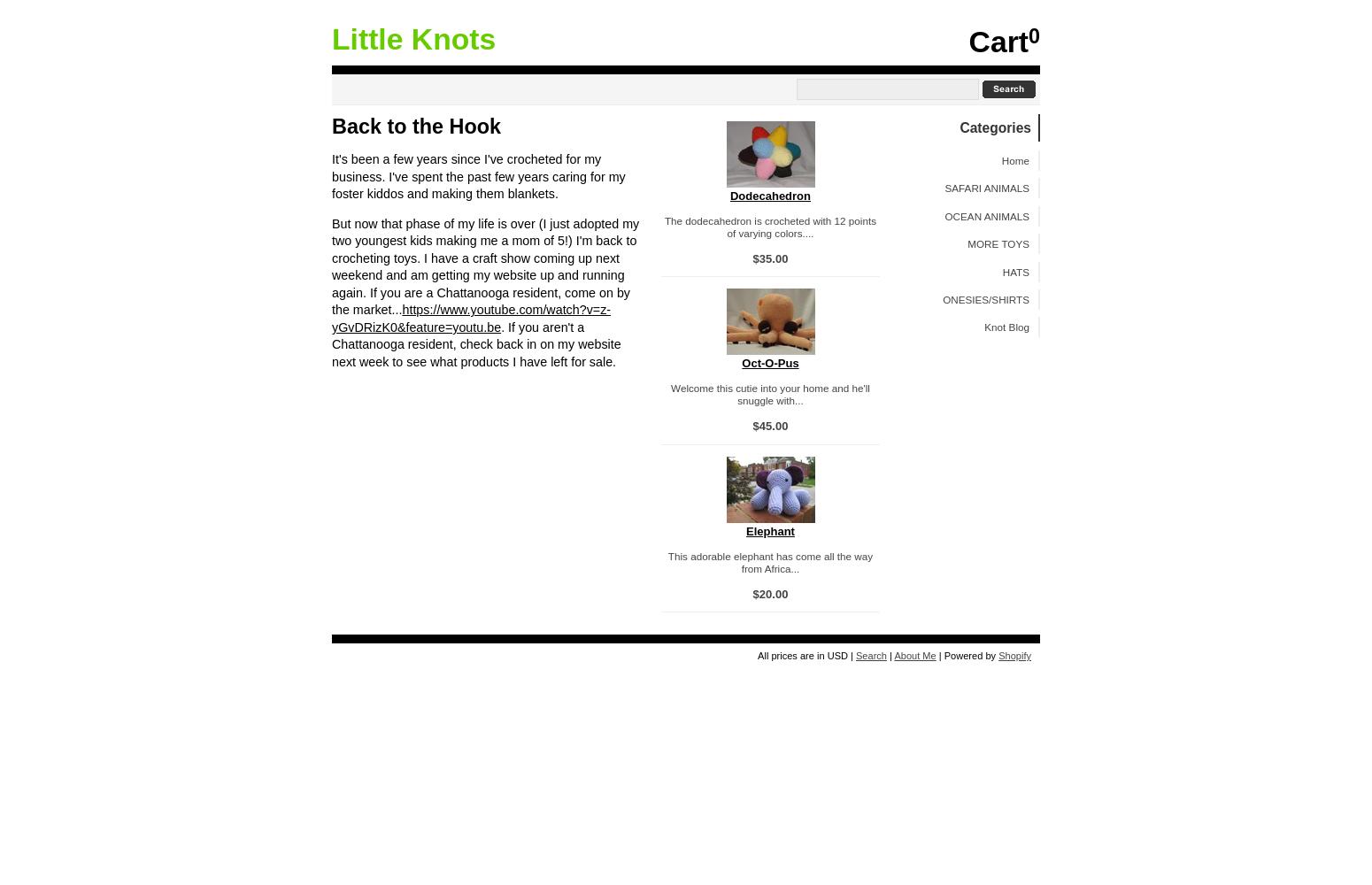 This screenshot has width=1372, height=885. Describe the element at coordinates (1014, 159) in the screenshot. I see `'Home'` at that location.